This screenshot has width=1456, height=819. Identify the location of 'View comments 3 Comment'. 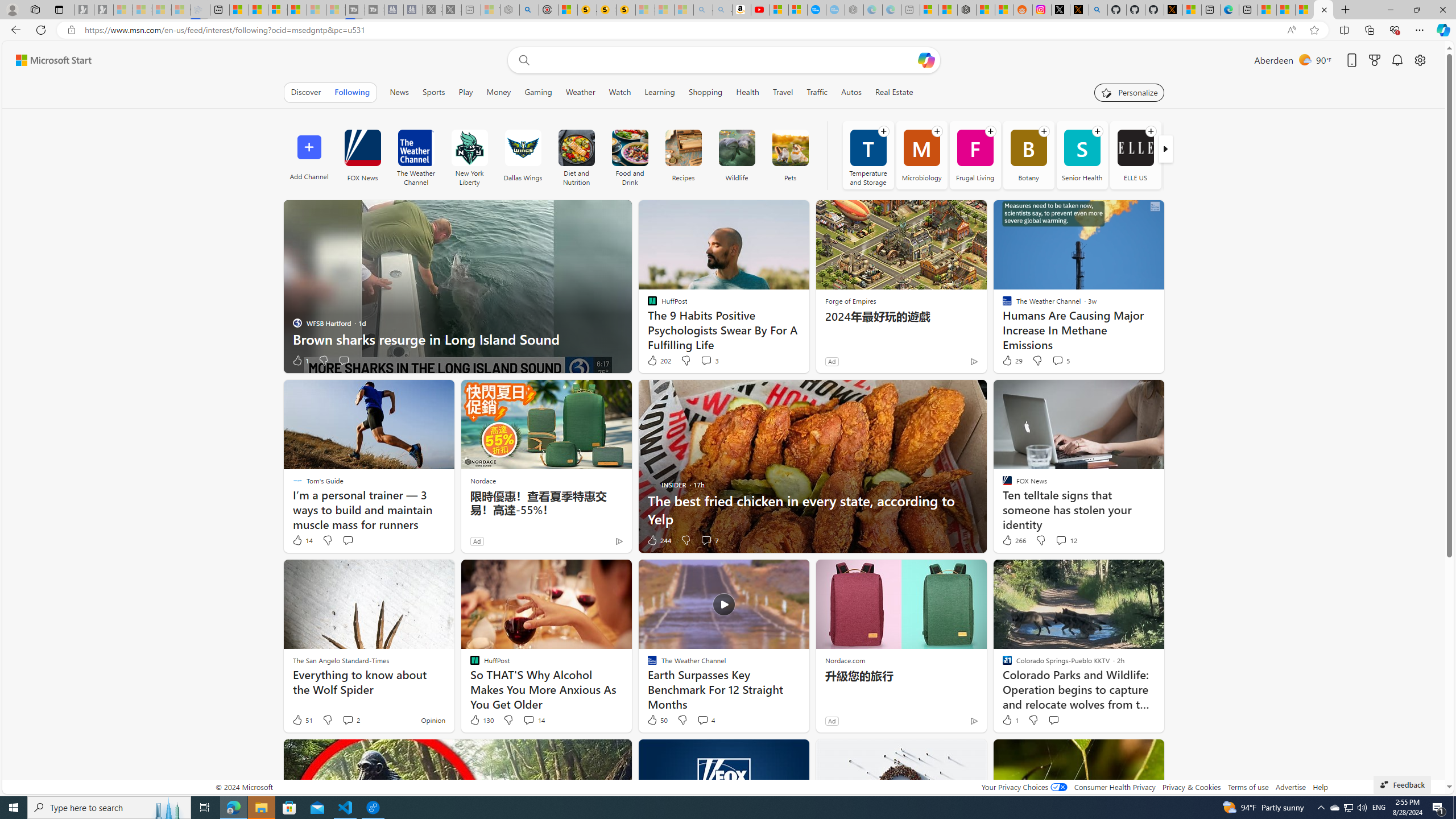
(709, 360).